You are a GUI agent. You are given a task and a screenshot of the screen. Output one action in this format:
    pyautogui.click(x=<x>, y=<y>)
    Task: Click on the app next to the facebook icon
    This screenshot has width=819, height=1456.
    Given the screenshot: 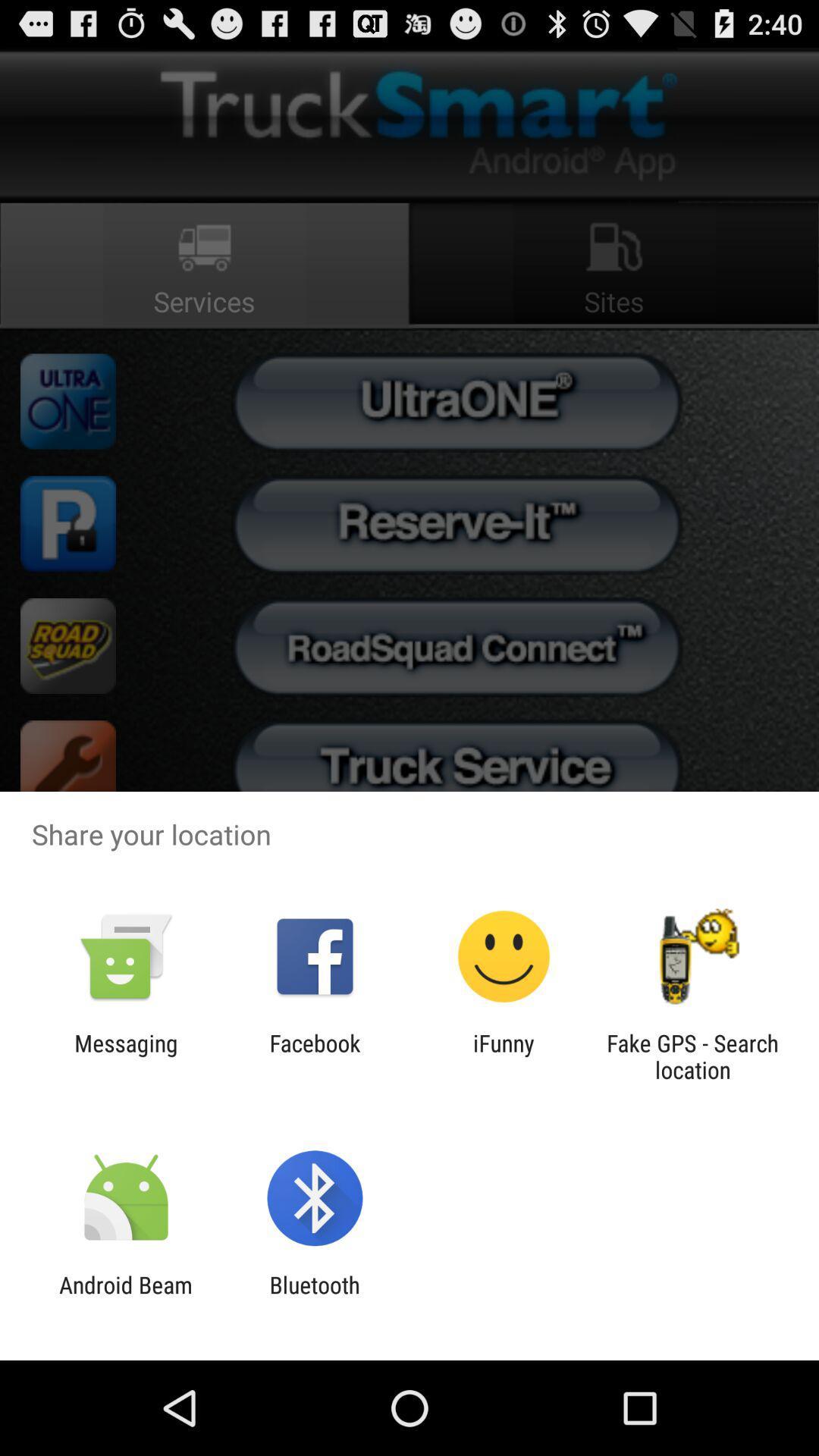 What is the action you would take?
    pyautogui.click(x=125, y=1056)
    